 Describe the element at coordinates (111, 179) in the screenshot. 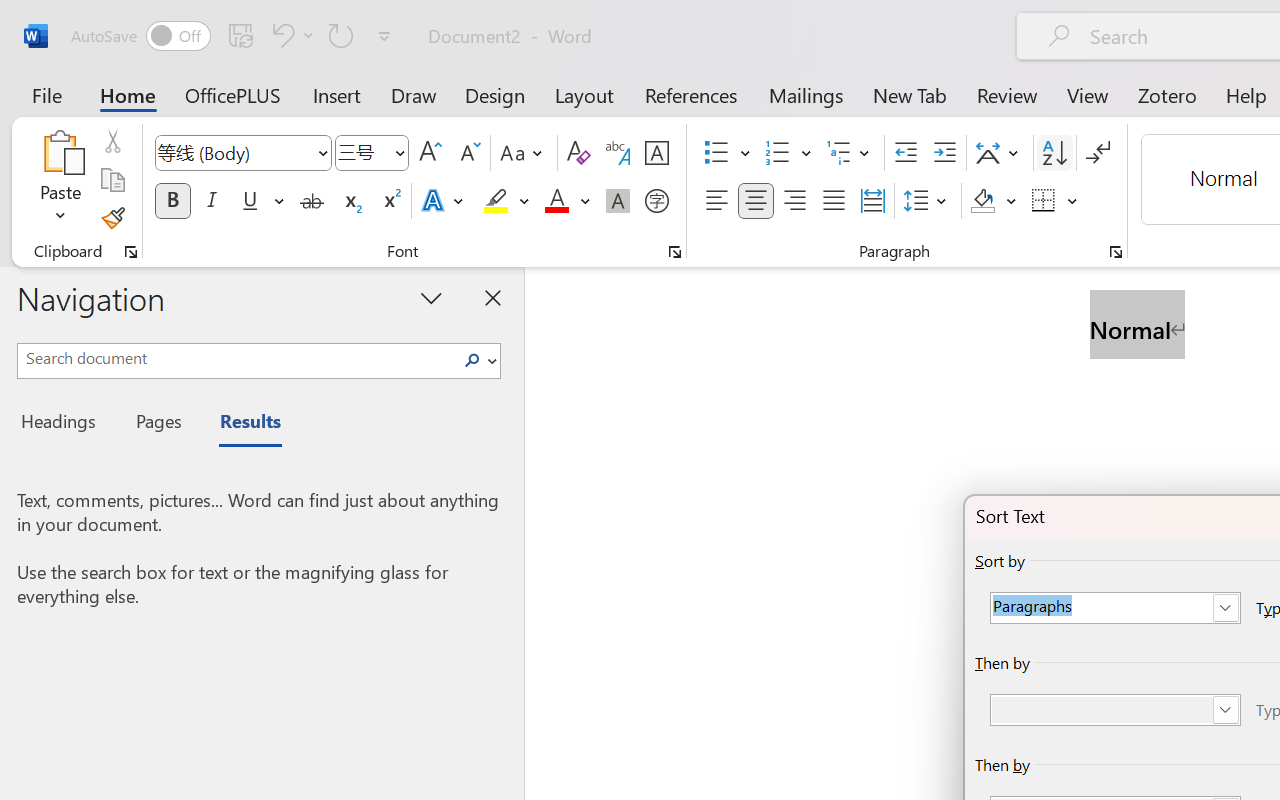

I see `'Copy'` at that location.